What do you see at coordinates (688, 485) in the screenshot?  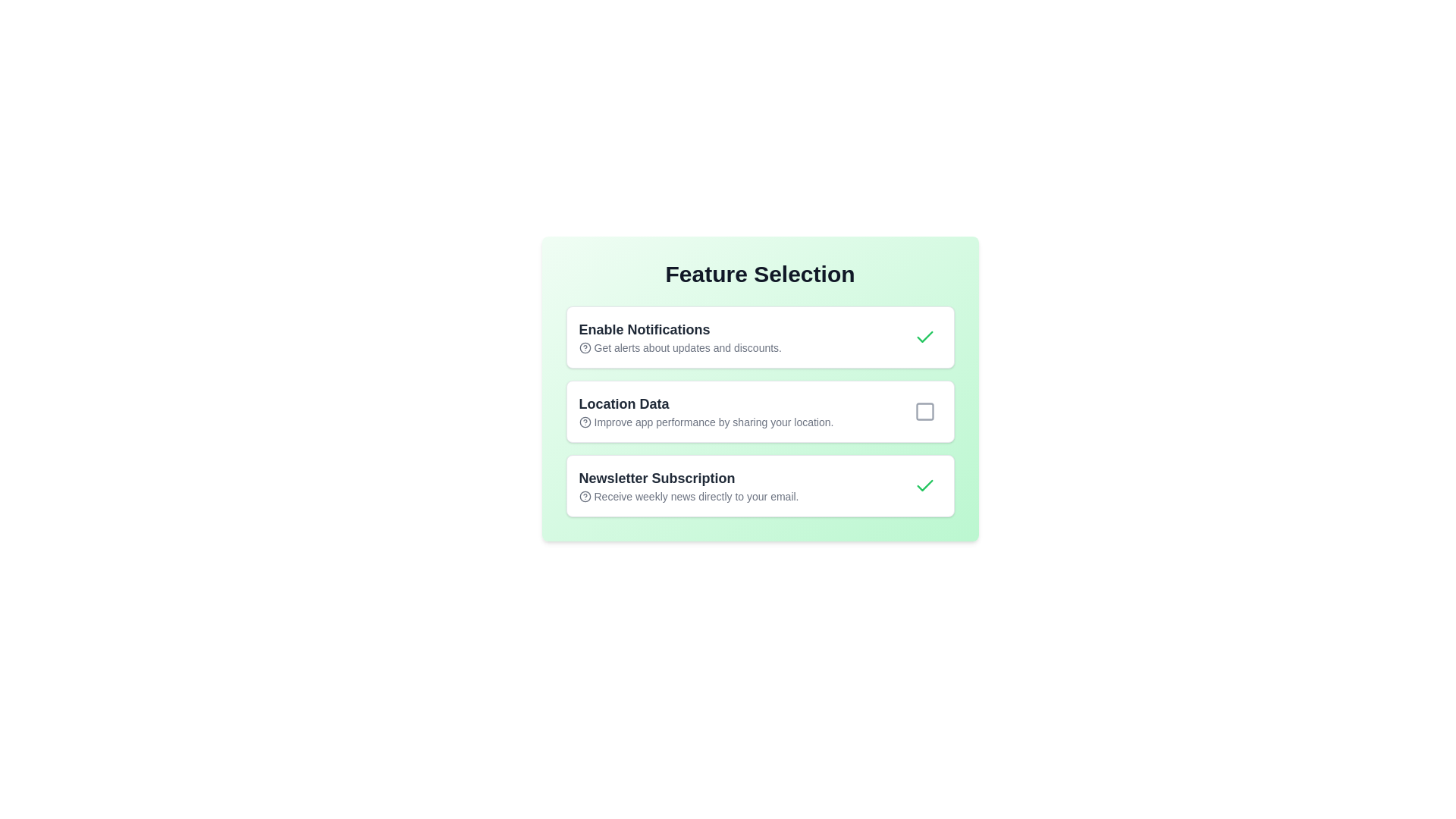 I see `the 'Newsletter Subscription' text display label within the card UI component, which is the third card in a vertical stack and has a green background` at bounding box center [688, 485].